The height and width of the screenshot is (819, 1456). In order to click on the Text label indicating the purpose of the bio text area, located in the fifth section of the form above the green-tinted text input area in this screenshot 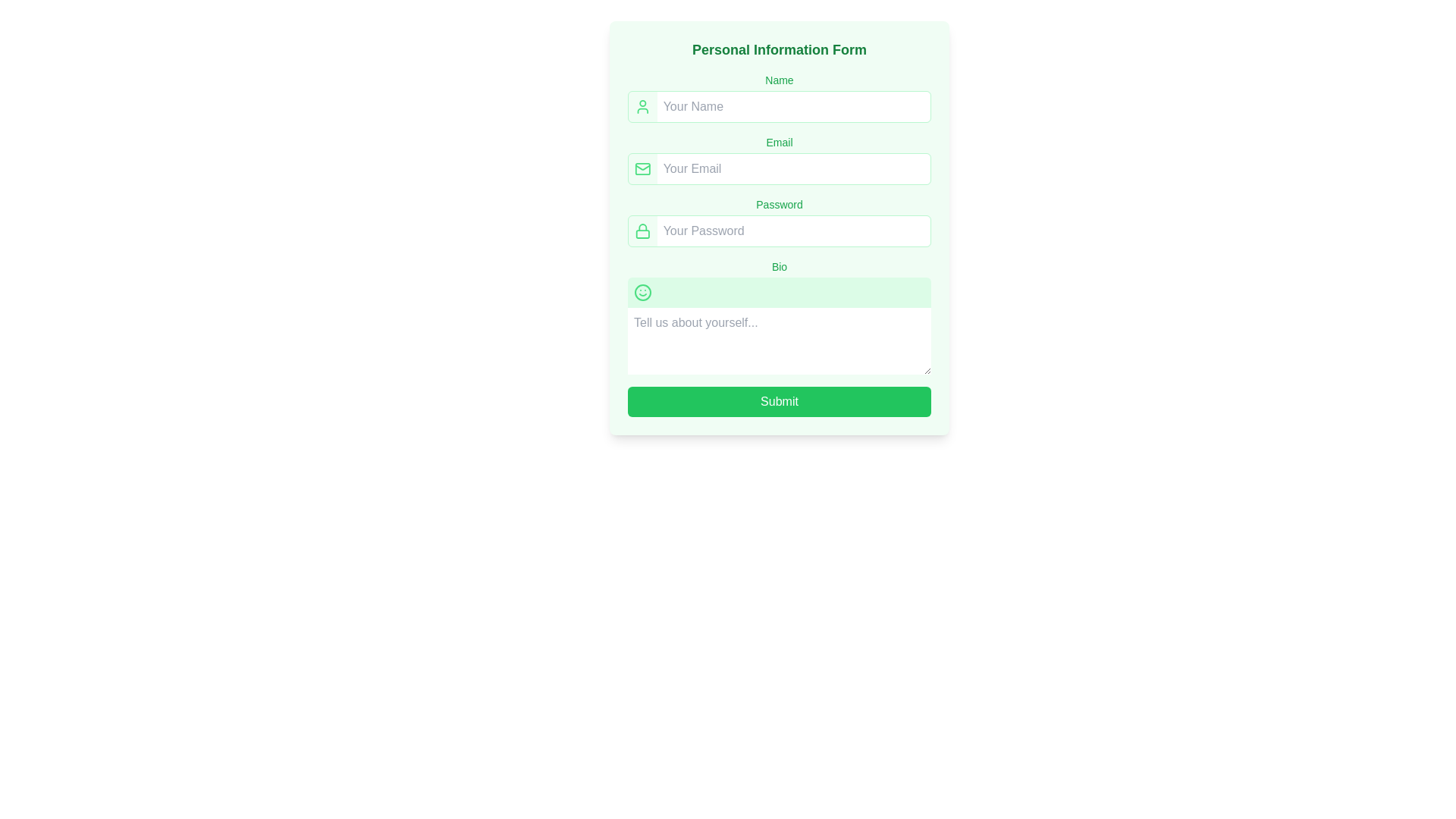, I will do `click(779, 265)`.